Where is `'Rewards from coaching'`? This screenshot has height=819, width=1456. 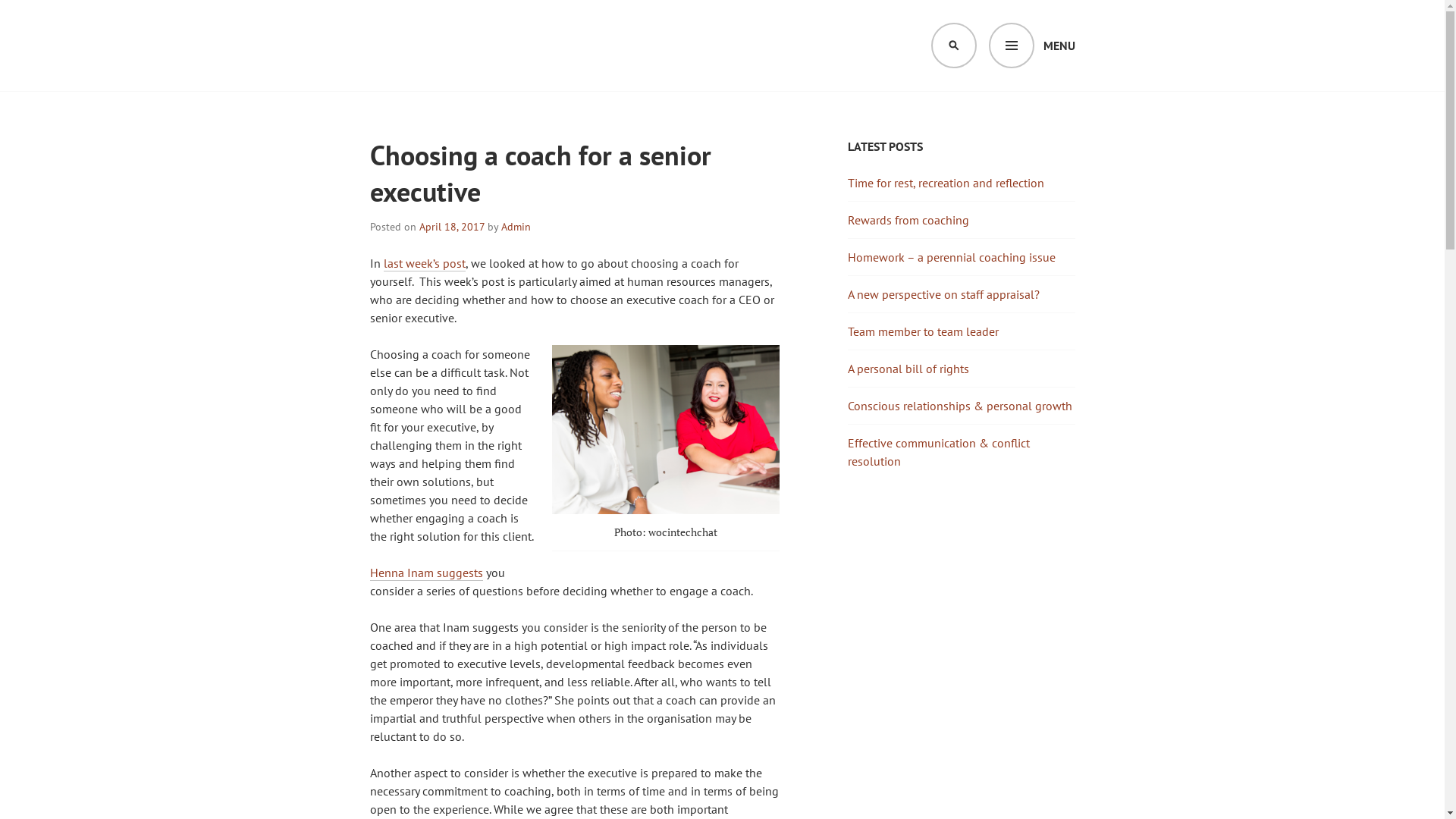 'Rewards from coaching' is located at coordinates (908, 219).